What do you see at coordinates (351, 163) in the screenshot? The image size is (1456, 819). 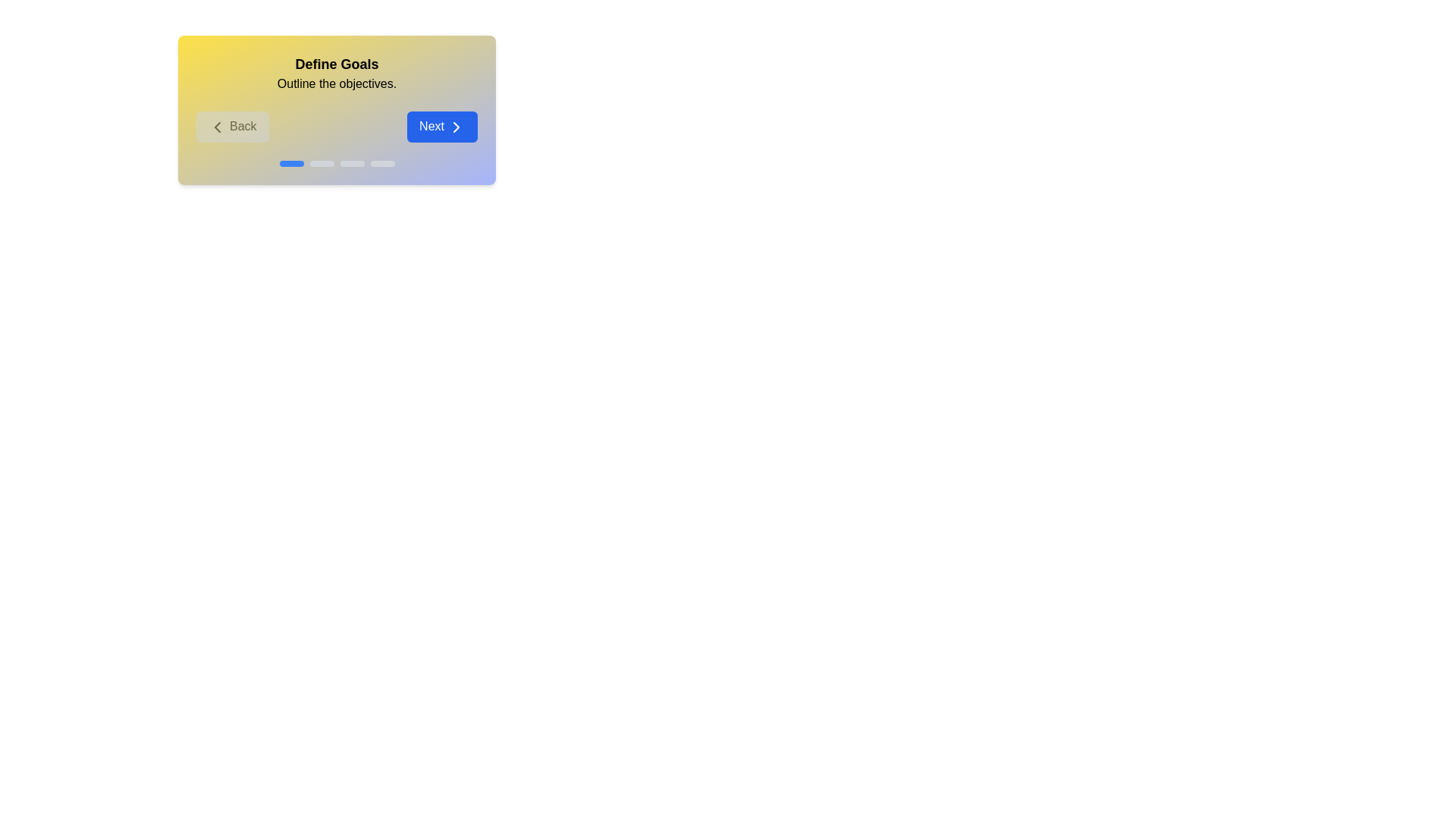 I see `the progress indicator corresponding to stage 3` at bounding box center [351, 163].